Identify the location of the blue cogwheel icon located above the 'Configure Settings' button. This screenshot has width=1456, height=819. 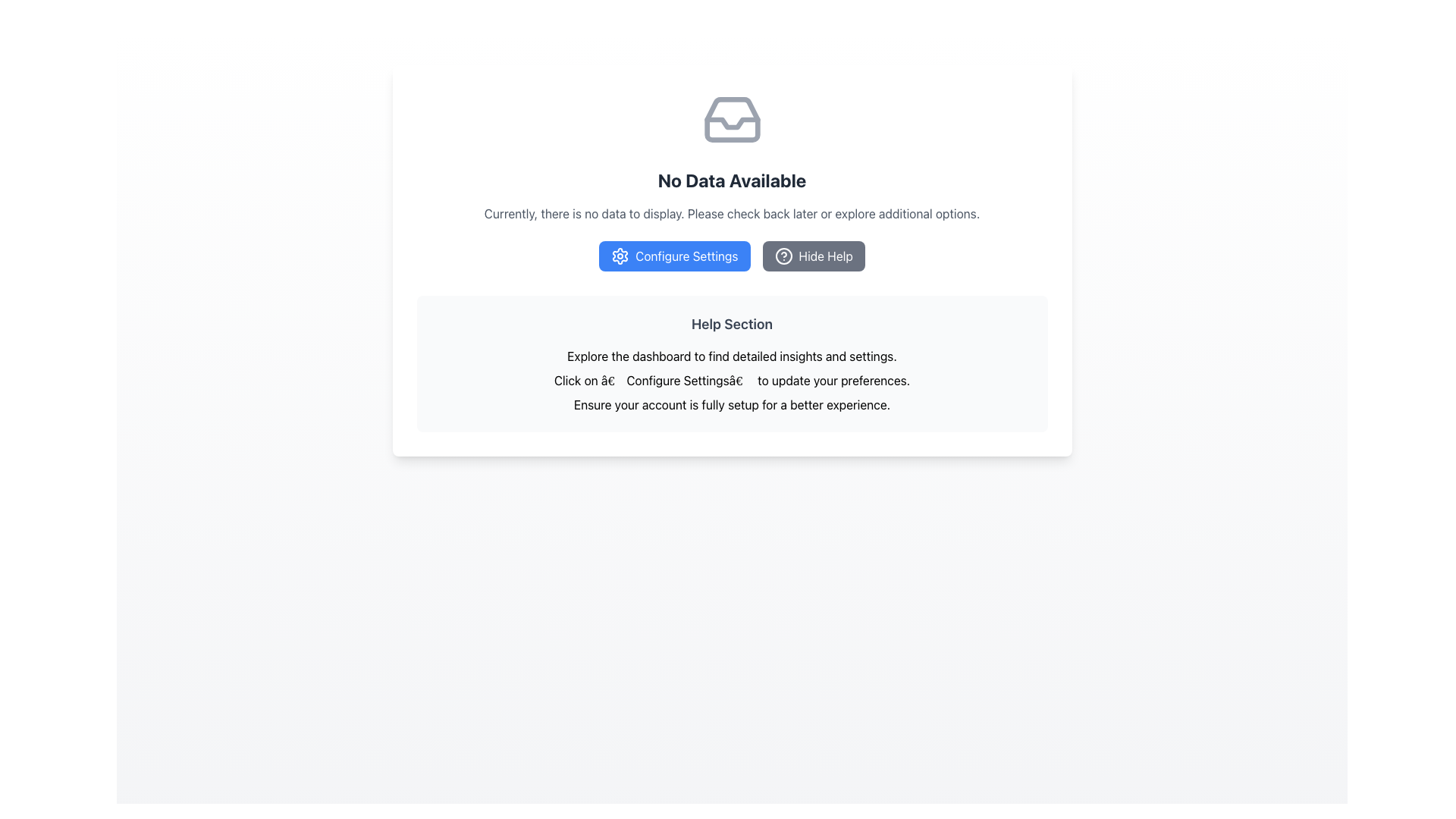
(620, 256).